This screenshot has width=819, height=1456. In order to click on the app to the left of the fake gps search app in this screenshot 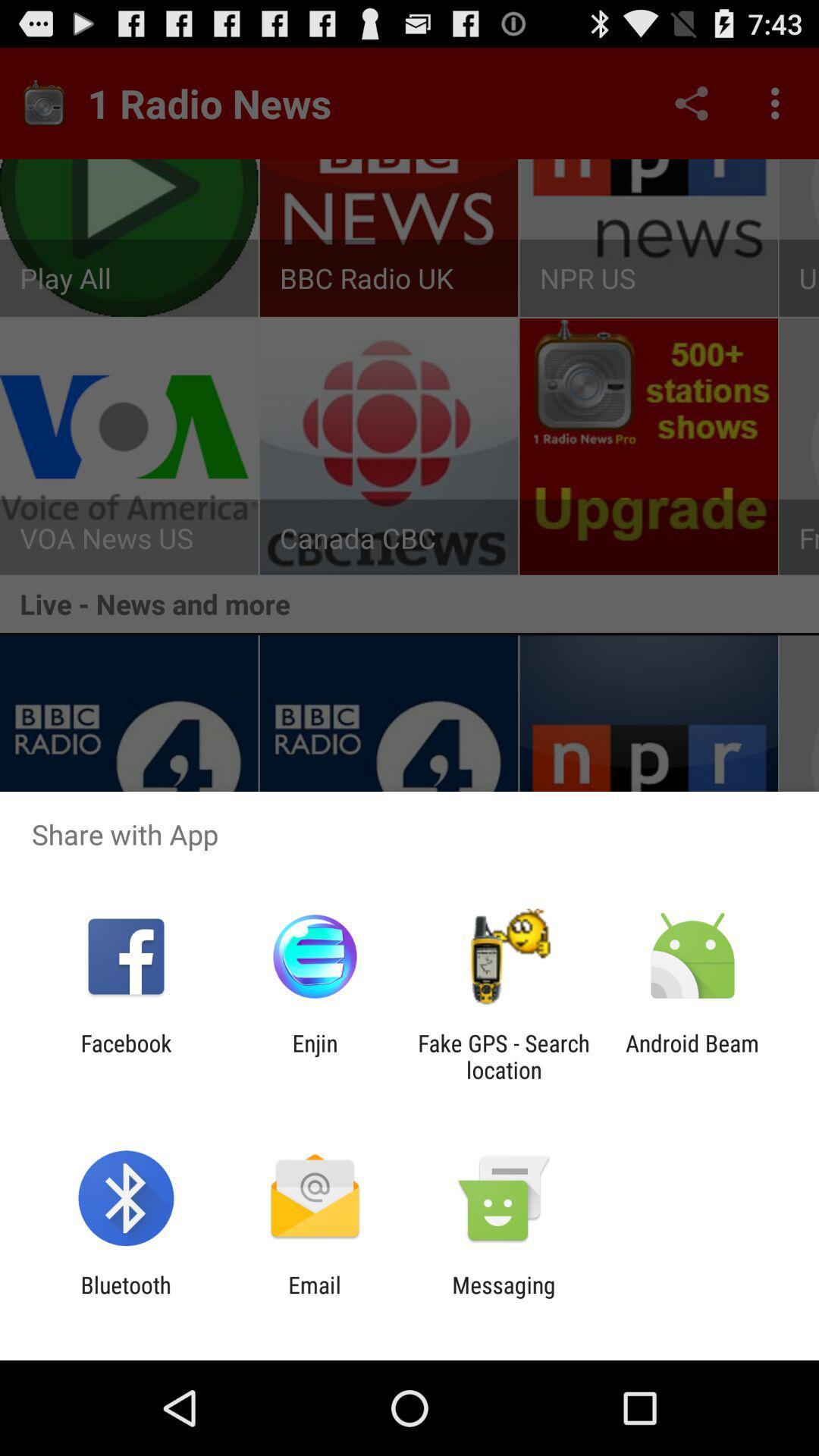, I will do `click(314, 1056)`.